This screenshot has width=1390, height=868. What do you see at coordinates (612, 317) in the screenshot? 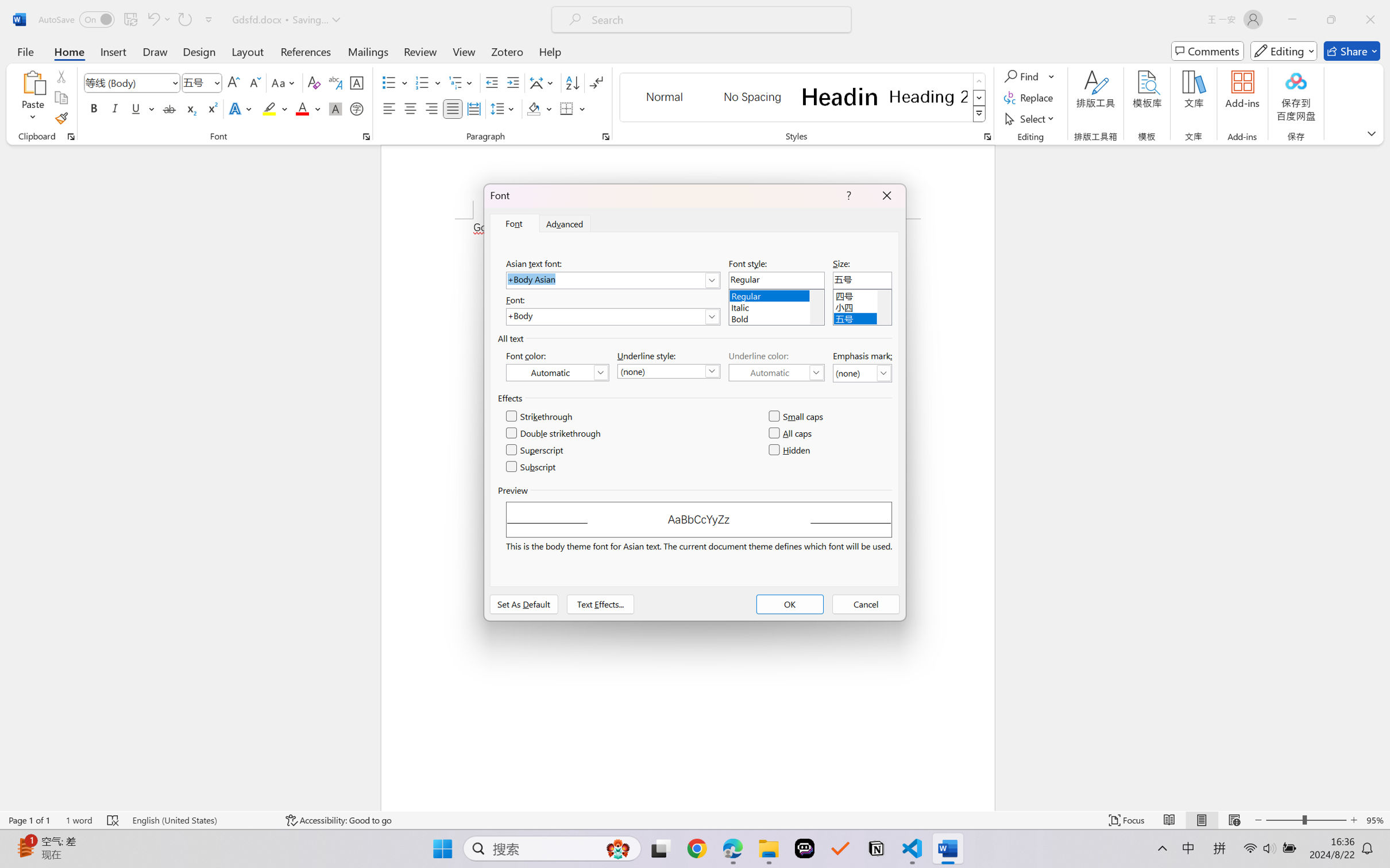
I see `'Font:'` at bounding box center [612, 317].